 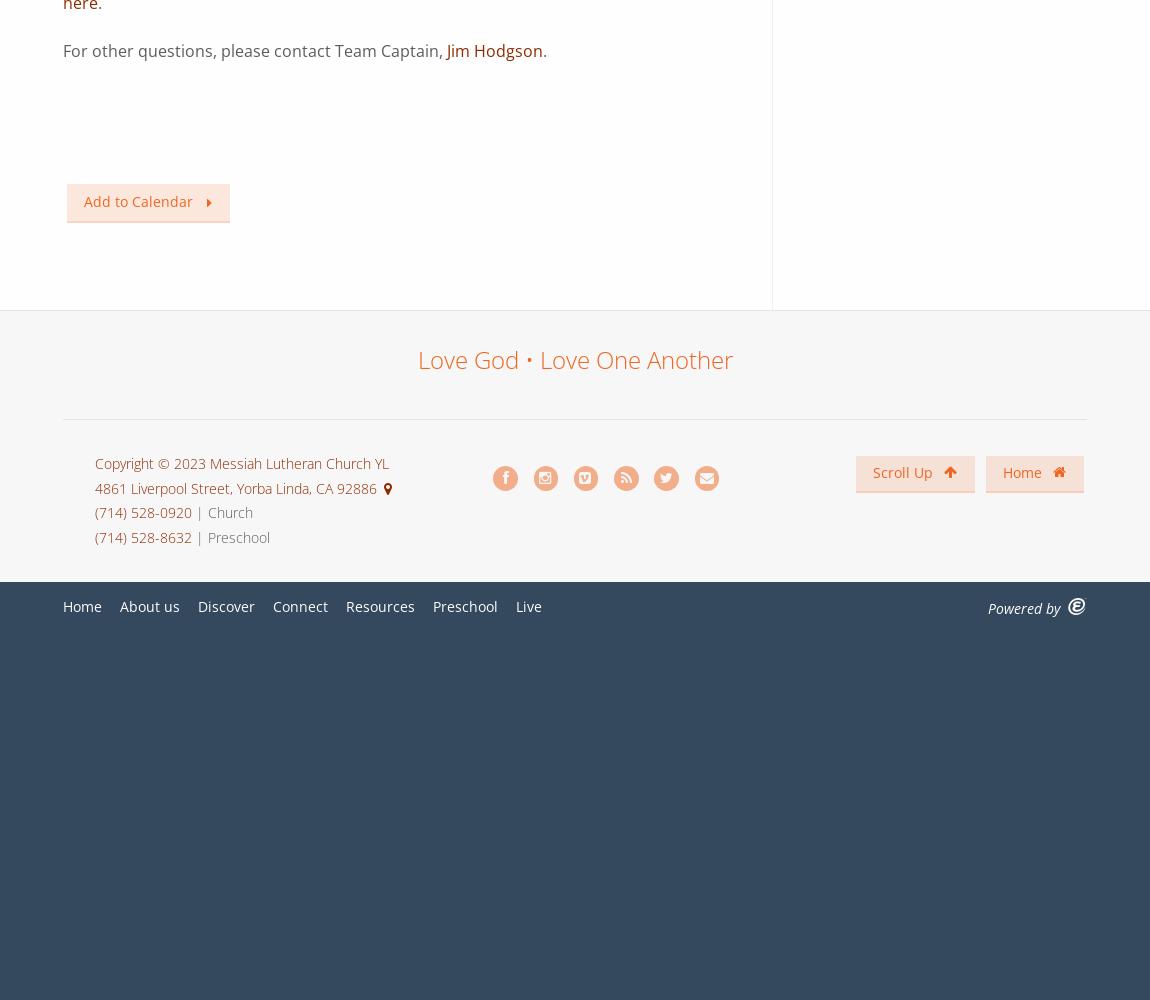 What do you see at coordinates (574, 358) in the screenshot?
I see `'Love God • Love One Another'` at bounding box center [574, 358].